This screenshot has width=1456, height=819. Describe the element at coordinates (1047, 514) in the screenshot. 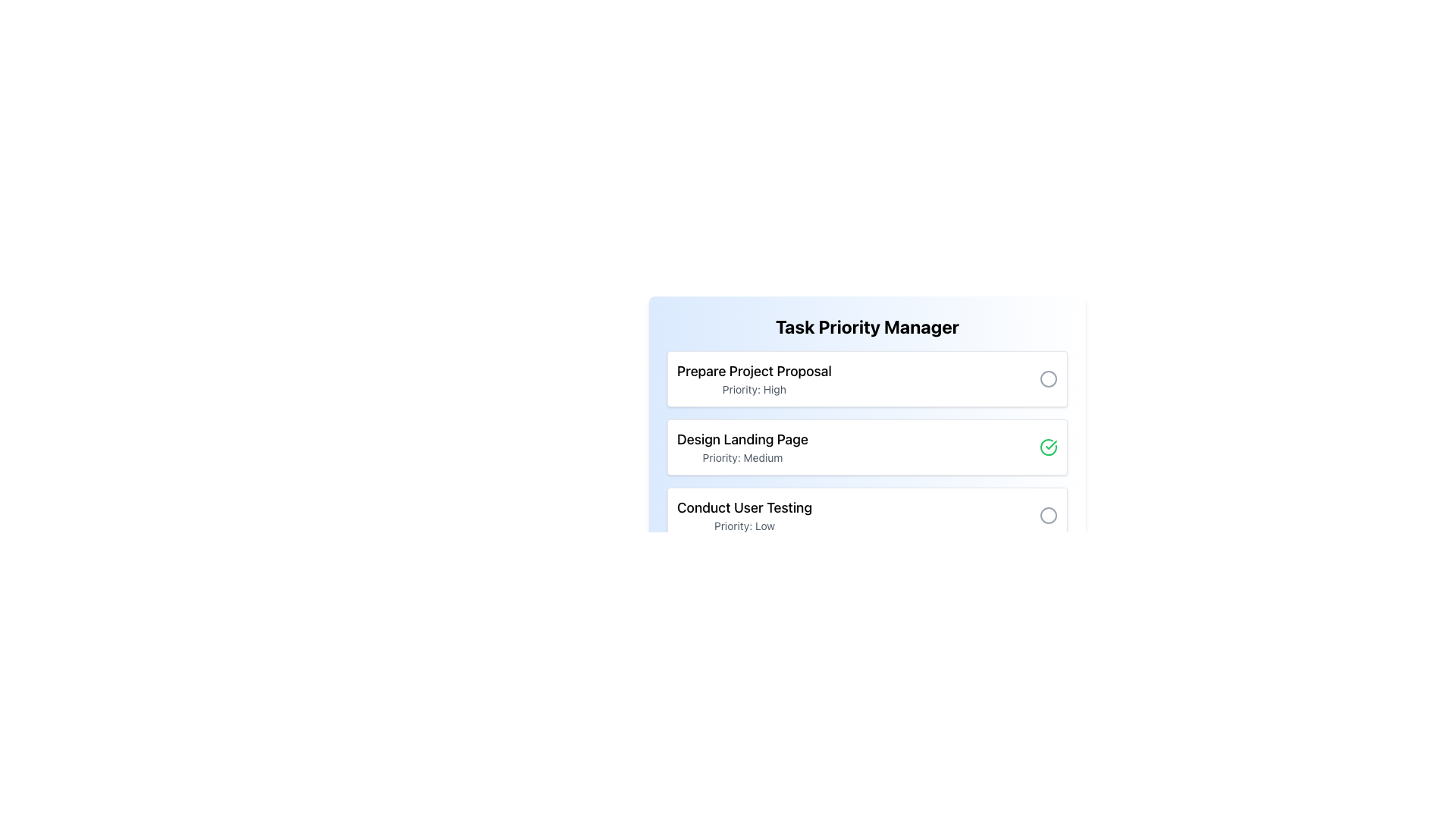

I see `the icon button located at the far-right end of the third row of items associated with the 'Conduct User Testing' task` at that location.